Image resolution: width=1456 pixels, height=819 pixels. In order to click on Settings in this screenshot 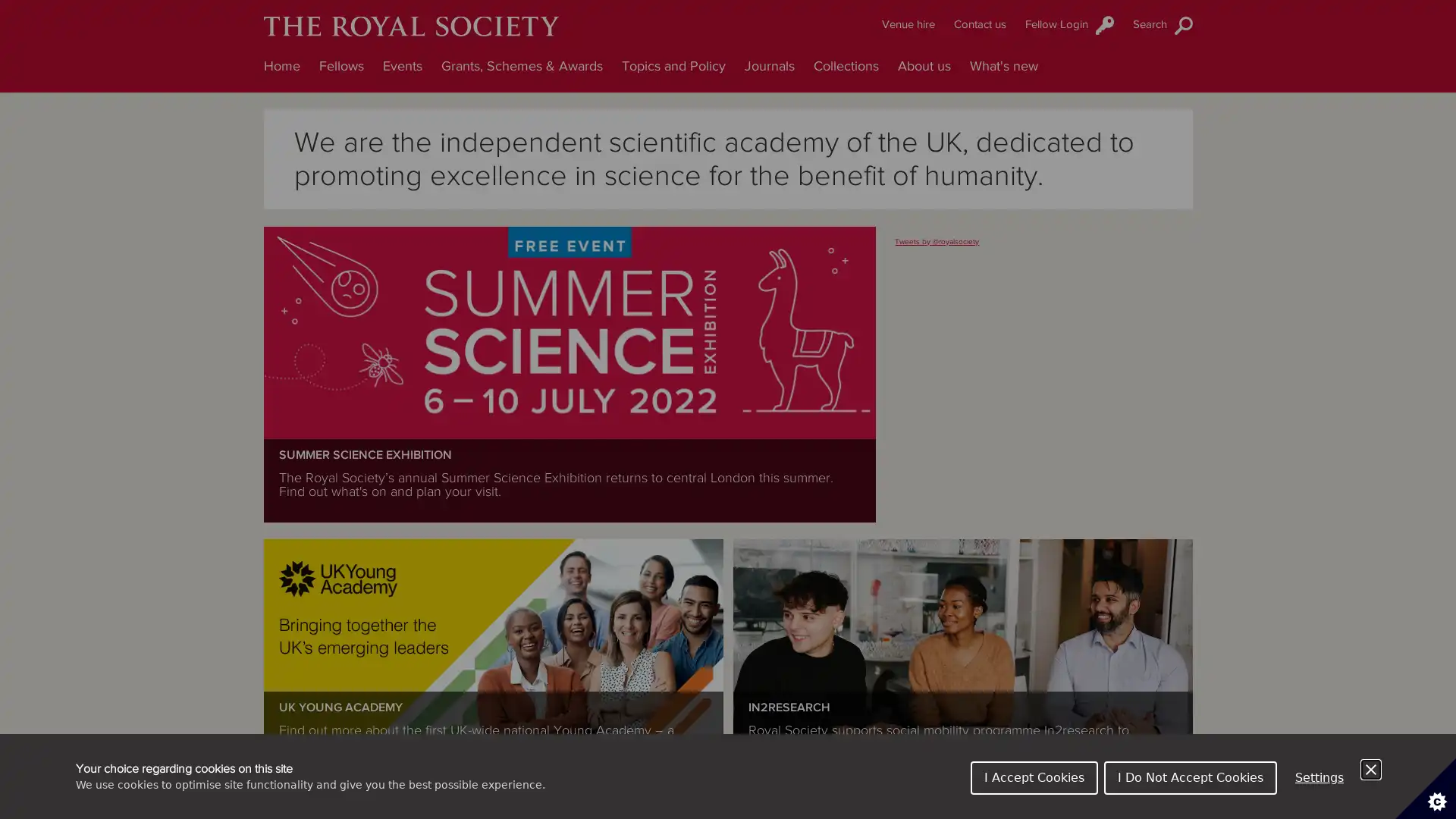, I will do `click(1318, 778)`.